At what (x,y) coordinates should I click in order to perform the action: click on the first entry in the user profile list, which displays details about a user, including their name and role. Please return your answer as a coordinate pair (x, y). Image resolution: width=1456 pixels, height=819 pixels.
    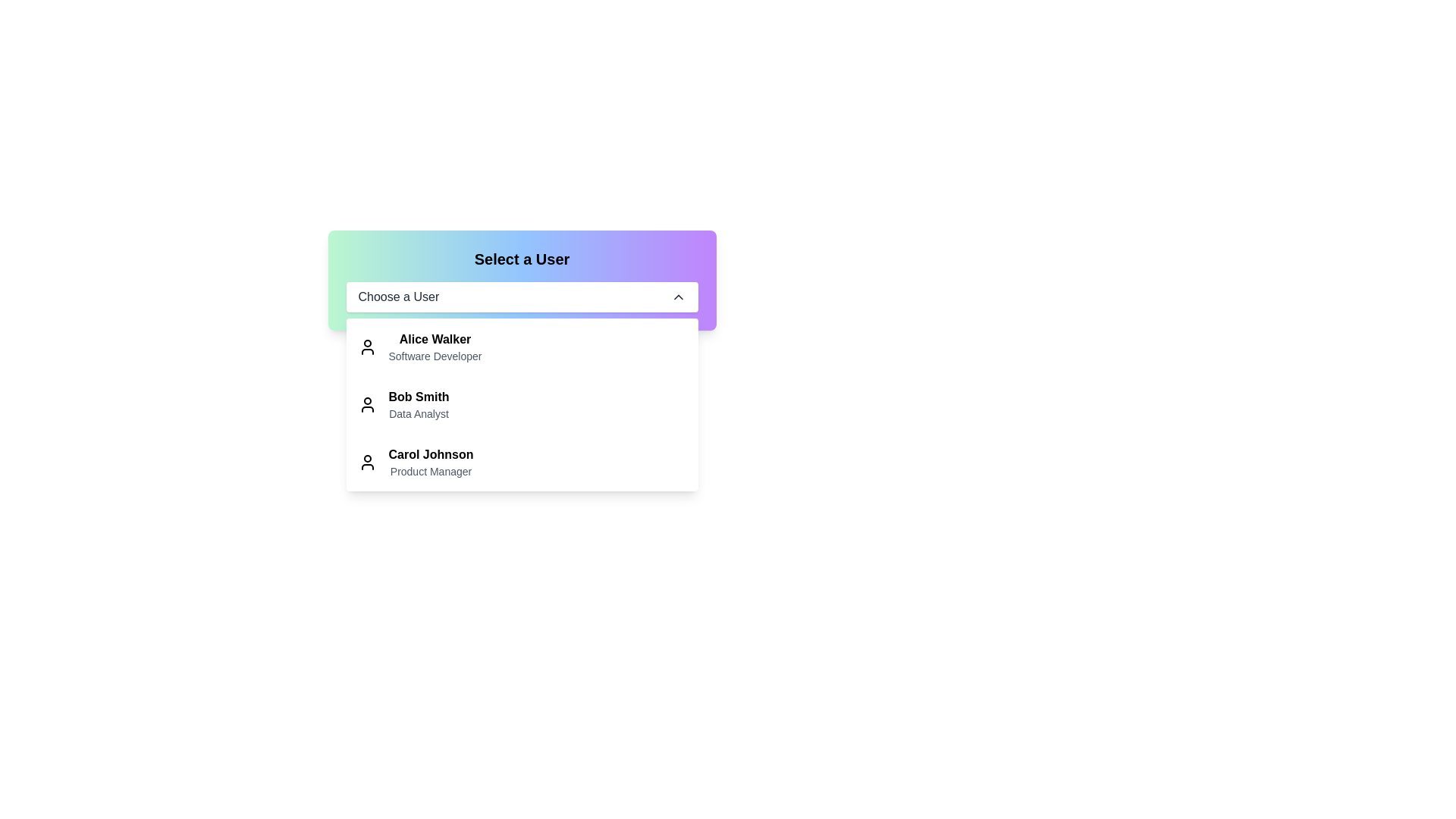
    Looking at the image, I should click on (522, 347).